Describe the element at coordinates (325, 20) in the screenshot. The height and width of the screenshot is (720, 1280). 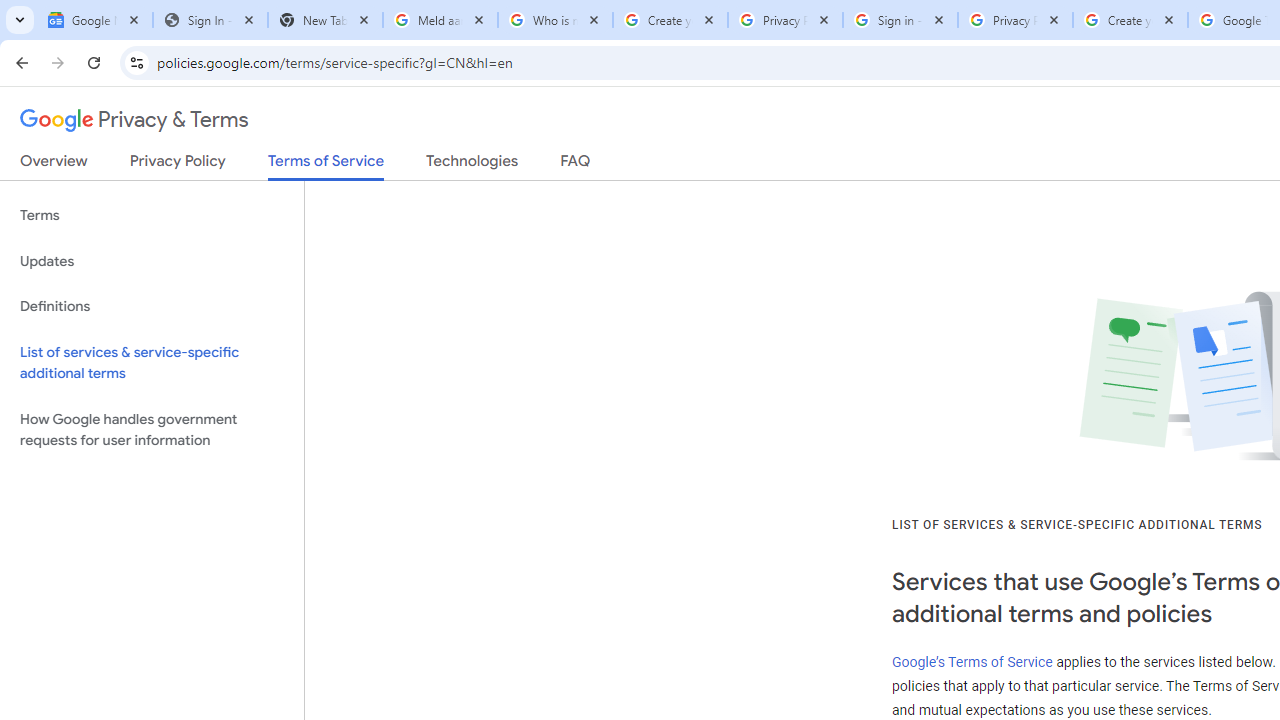
I see `'New Tab'` at that location.